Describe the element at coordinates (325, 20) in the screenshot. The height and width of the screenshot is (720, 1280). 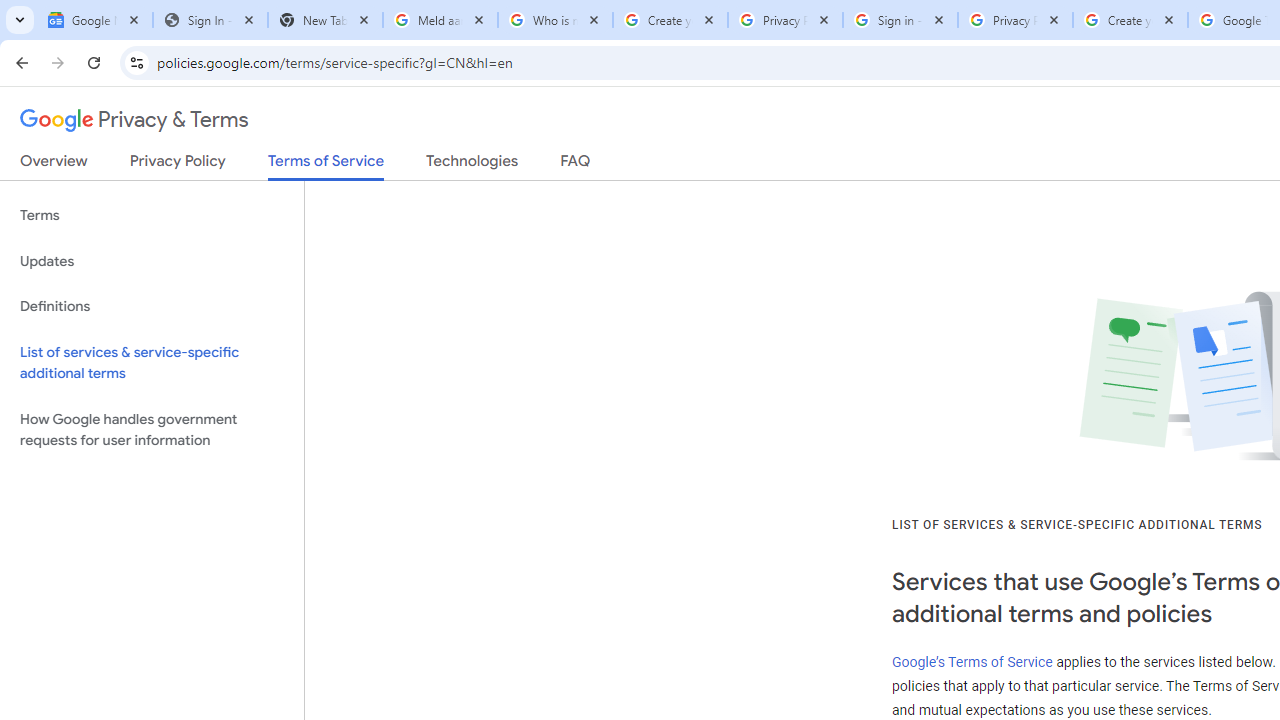
I see `'New Tab'` at that location.